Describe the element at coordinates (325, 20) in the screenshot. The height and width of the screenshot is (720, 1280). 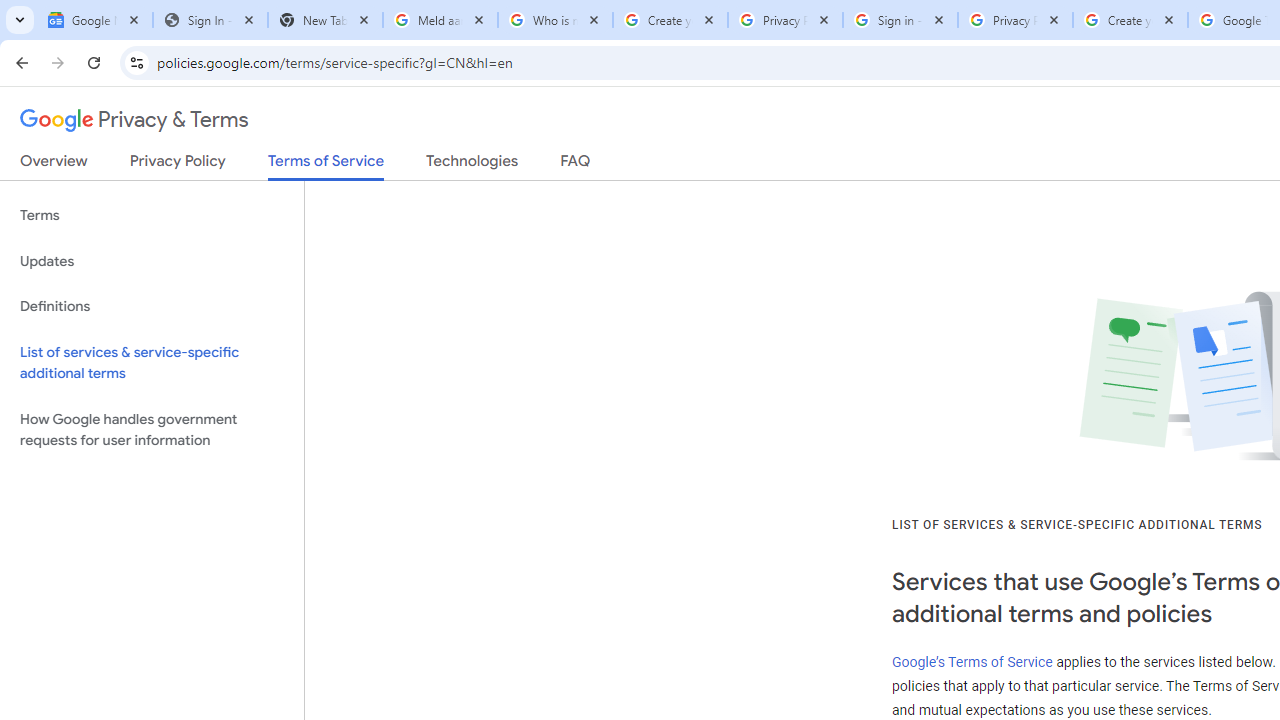
I see `'New Tab'` at that location.